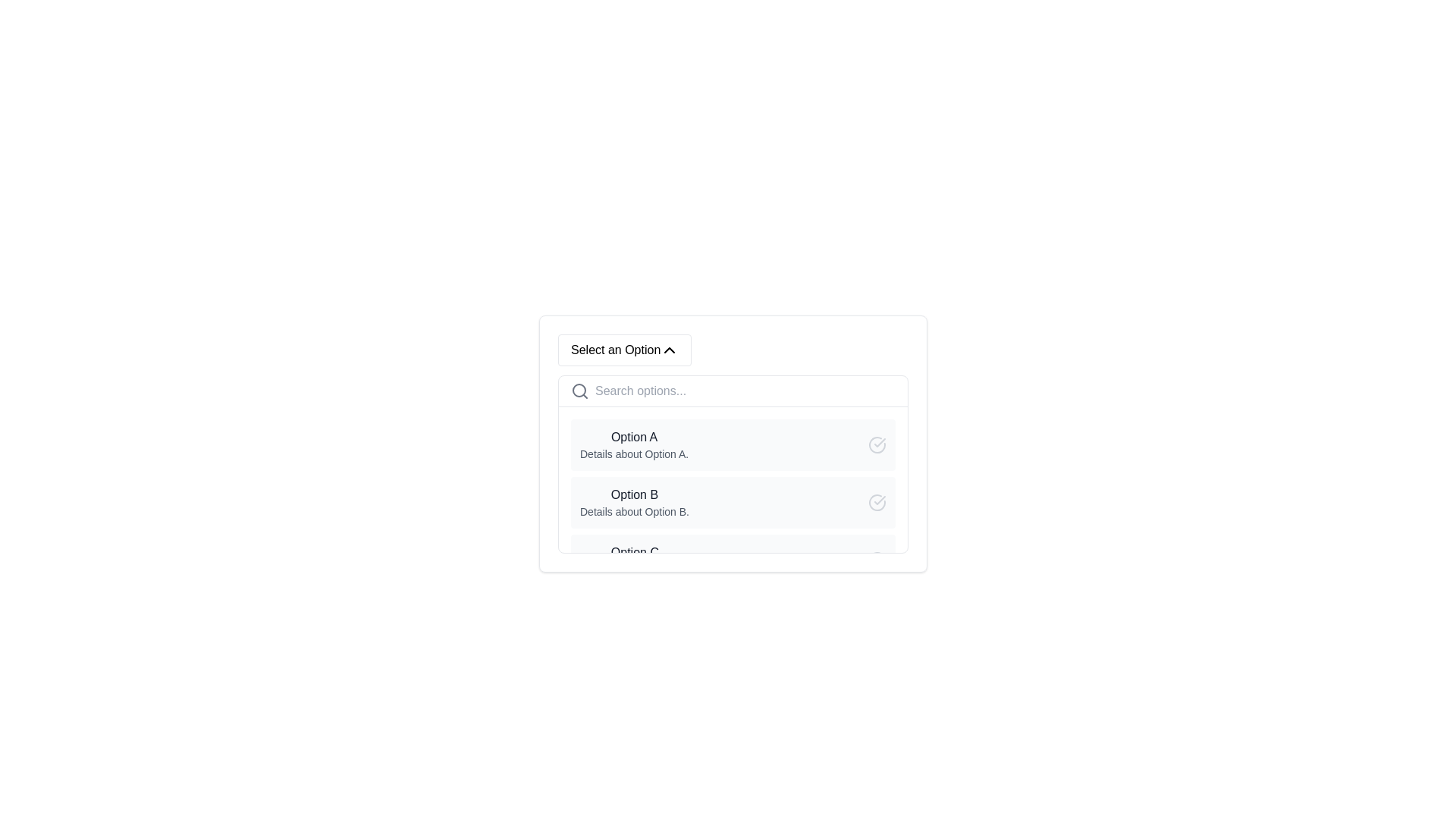 The height and width of the screenshot is (819, 1456). Describe the element at coordinates (625, 350) in the screenshot. I see `the rectangular button labeled 'Select an Option'` at that location.